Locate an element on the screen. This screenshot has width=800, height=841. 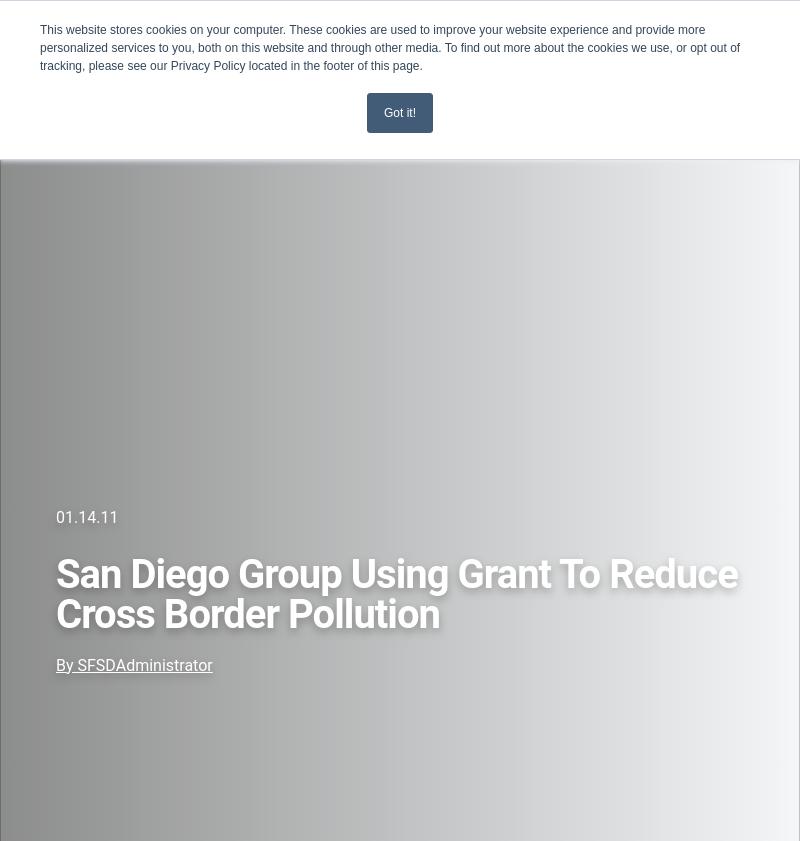
'Got it!' is located at coordinates (398, 112).